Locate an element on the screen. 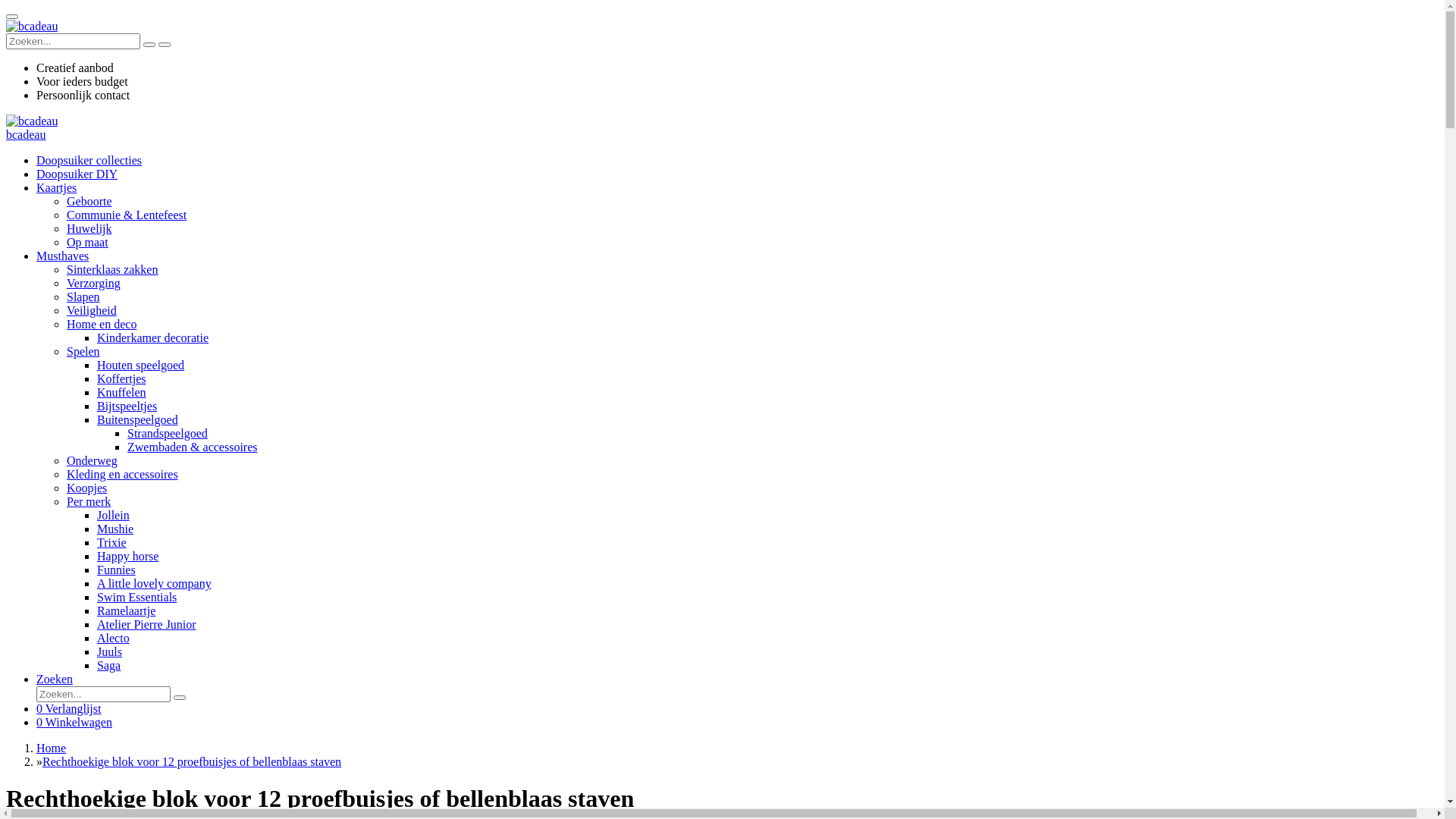 This screenshot has height=819, width=1456. 'Communie & Lentefeest' is located at coordinates (127, 215).